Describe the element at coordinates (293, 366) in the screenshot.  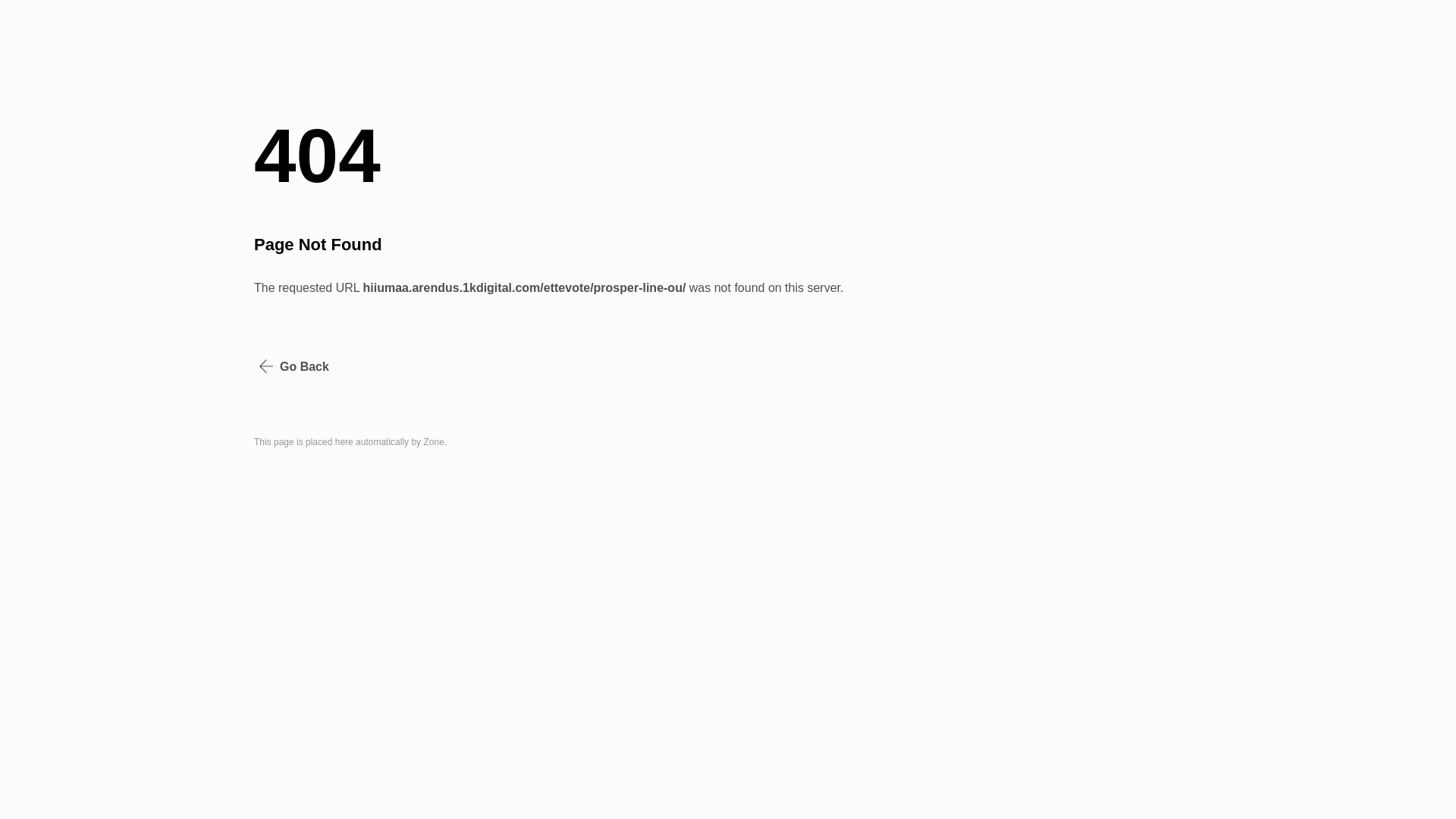
I see `'Go Back'` at that location.